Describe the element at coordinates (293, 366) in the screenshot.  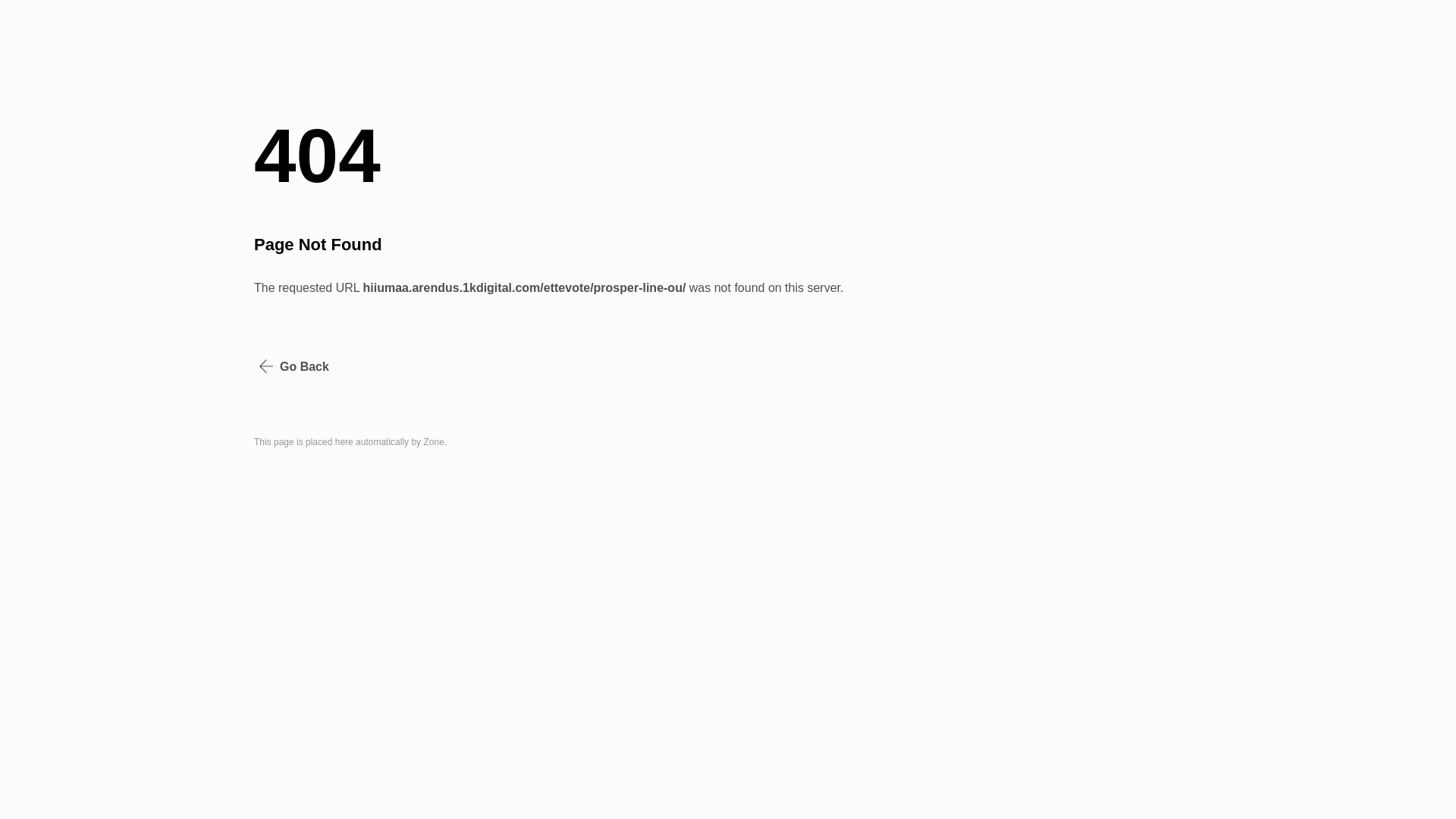
I see `'Go Back'` at that location.